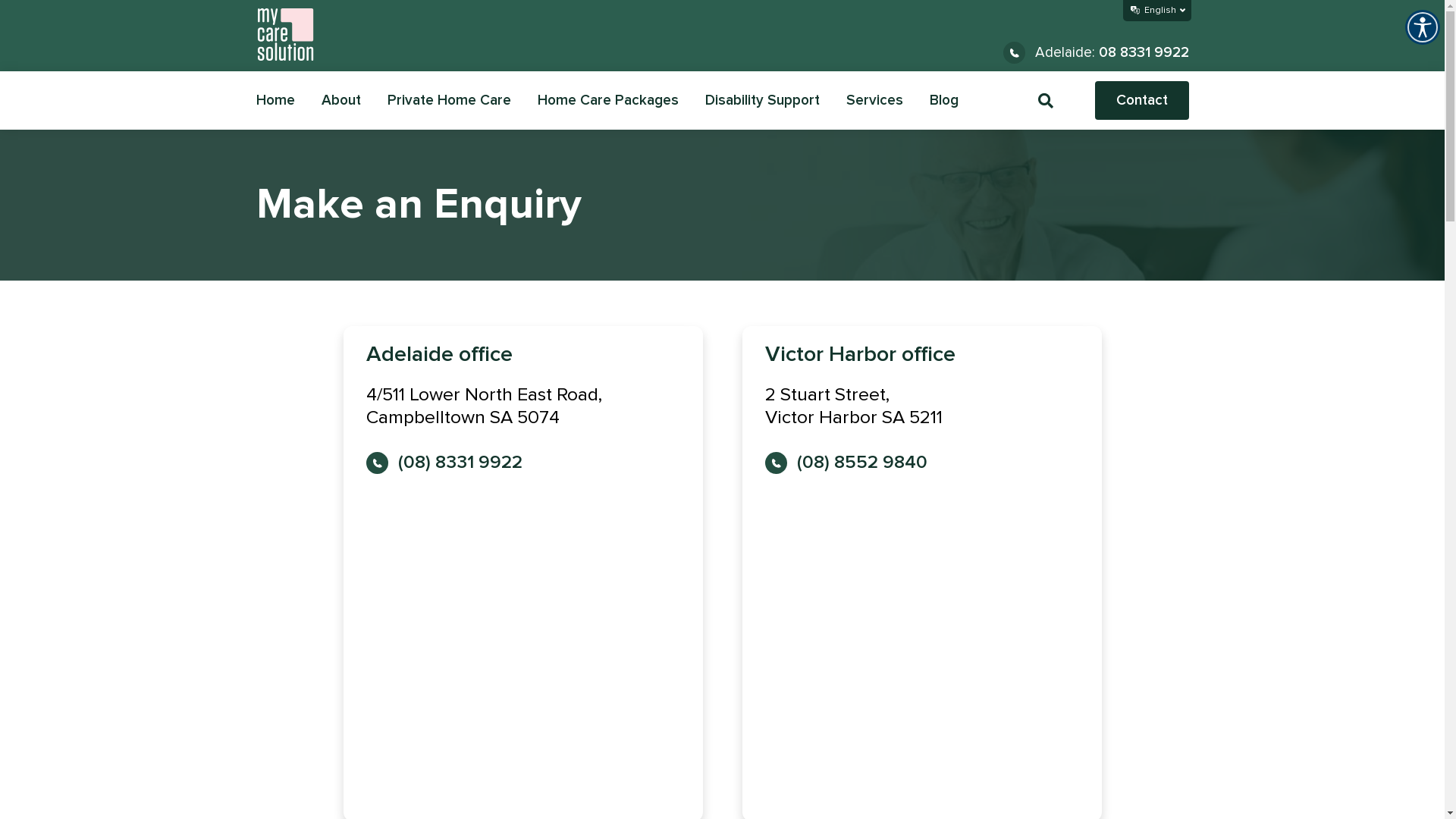  What do you see at coordinates (340, 100) in the screenshot?
I see `'About'` at bounding box center [340, 100].